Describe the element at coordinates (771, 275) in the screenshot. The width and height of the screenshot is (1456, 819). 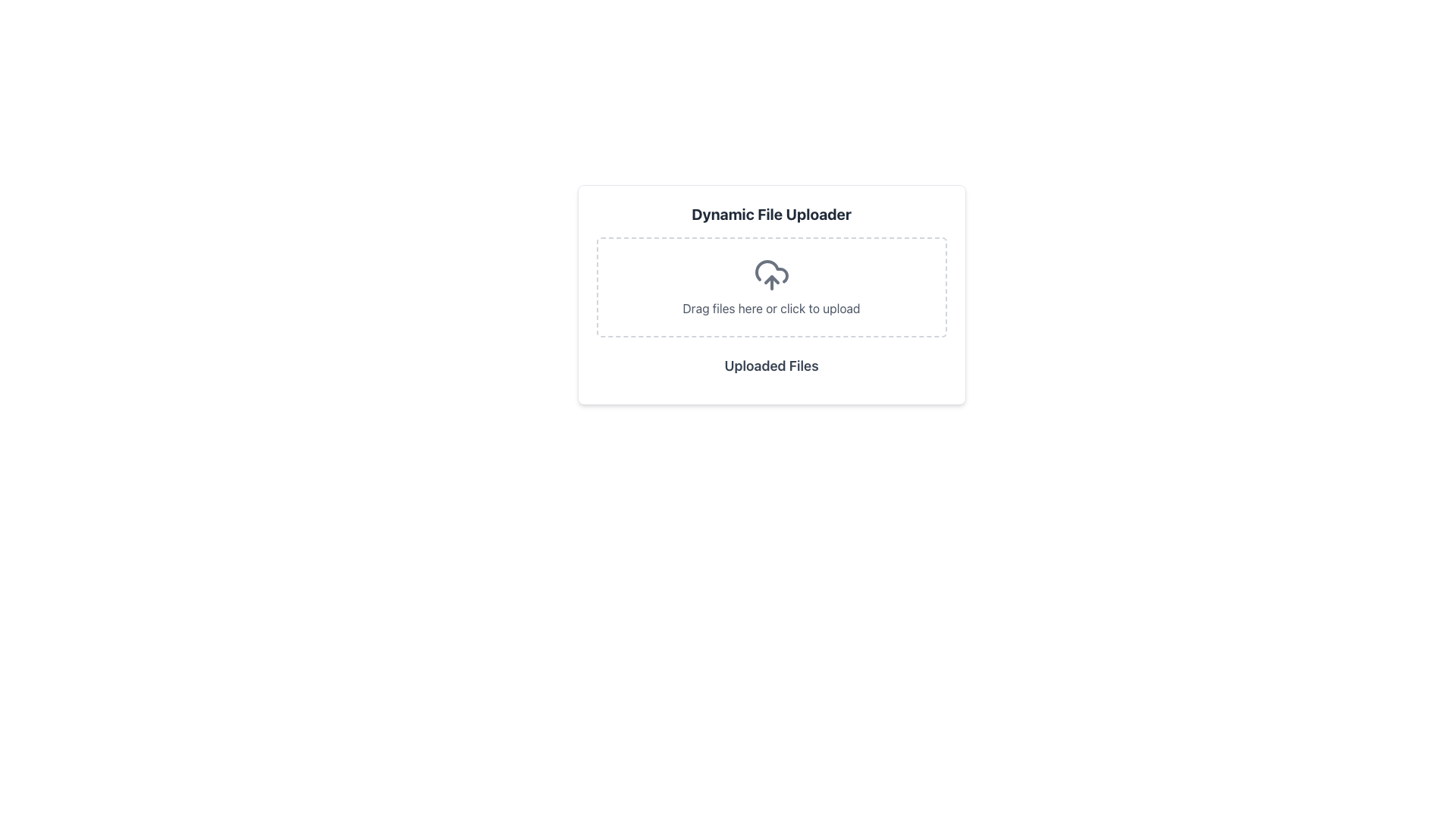
I see `the upload action indicator icon, which is centrally located within a dashed-border rectangle that contains the text 'Drag files here or click to upload'` at that location.